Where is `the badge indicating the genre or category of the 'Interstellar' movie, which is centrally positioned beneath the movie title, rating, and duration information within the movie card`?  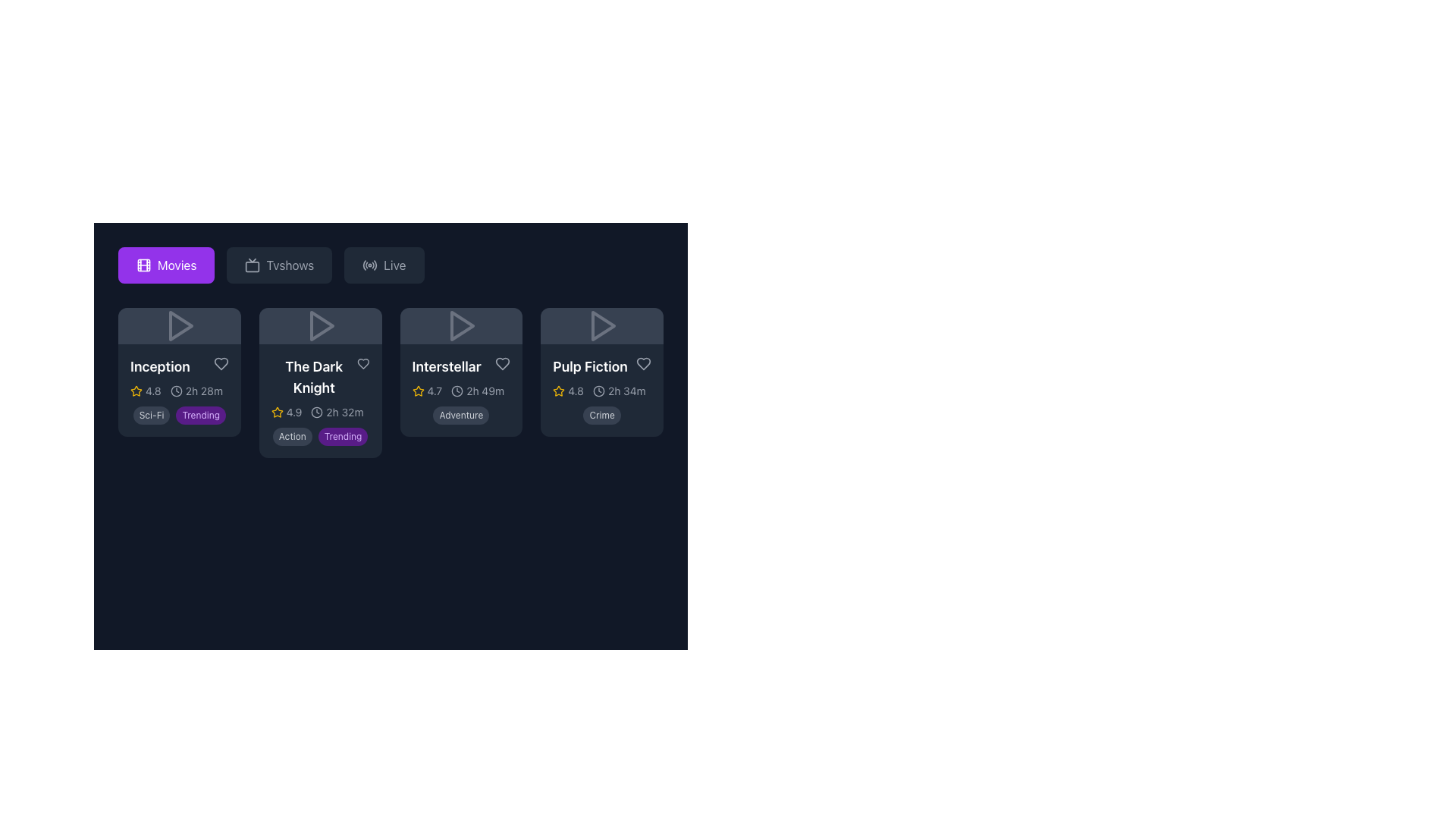 the badge indicating the genre or category of the 'Interstellar' movie, which is centrally positioned beneath the movie title, rating, and duration information within the movie card is located at coordinates (460, 415).